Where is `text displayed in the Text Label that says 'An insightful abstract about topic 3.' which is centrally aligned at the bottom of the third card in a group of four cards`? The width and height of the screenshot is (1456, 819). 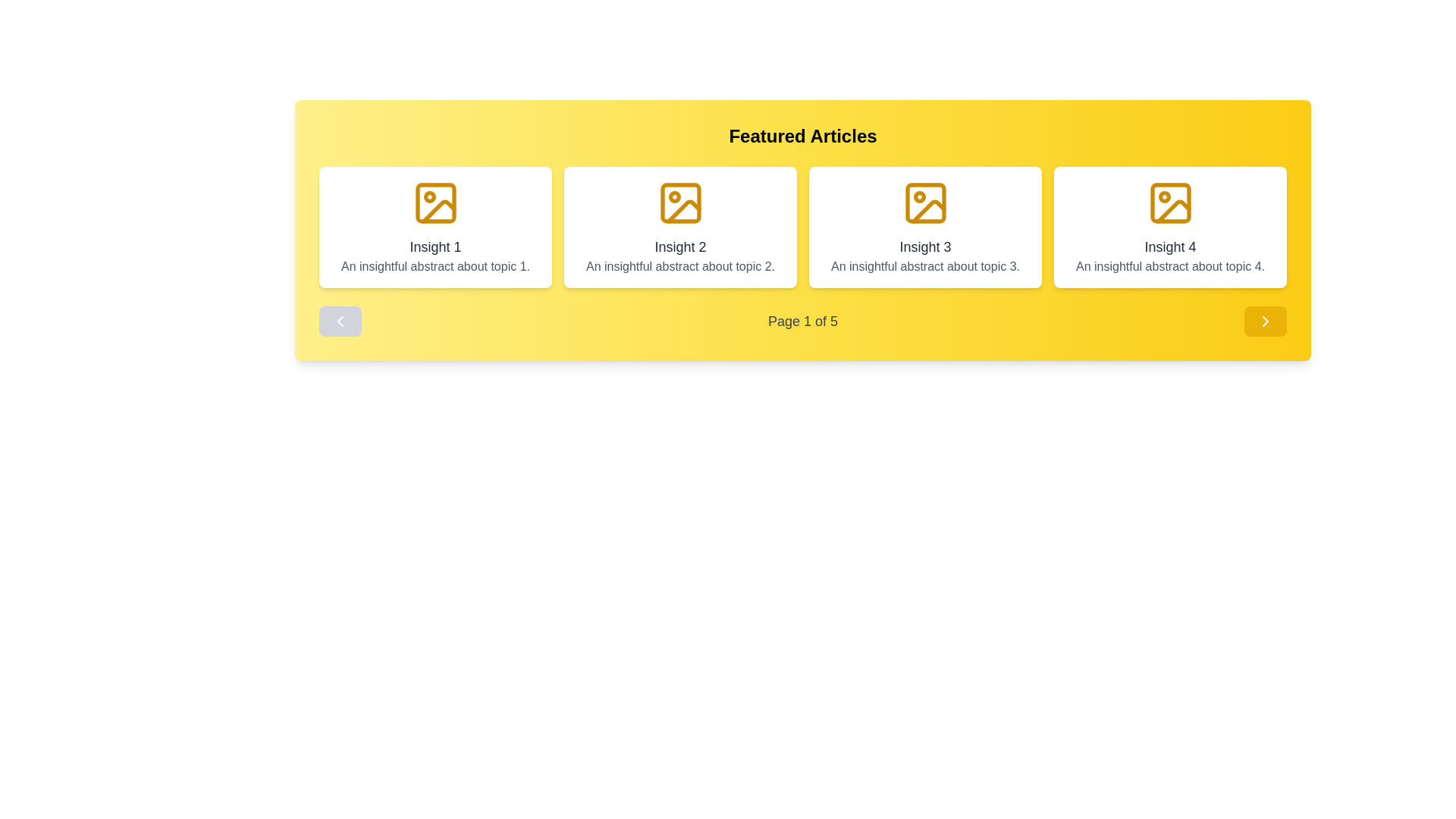
text displayed in the Text Label that says 'An insightful abstract about topic 3.' which is centrally aligned at the bottom of the third card in a group of four cards is located at coordinates (924, 265).